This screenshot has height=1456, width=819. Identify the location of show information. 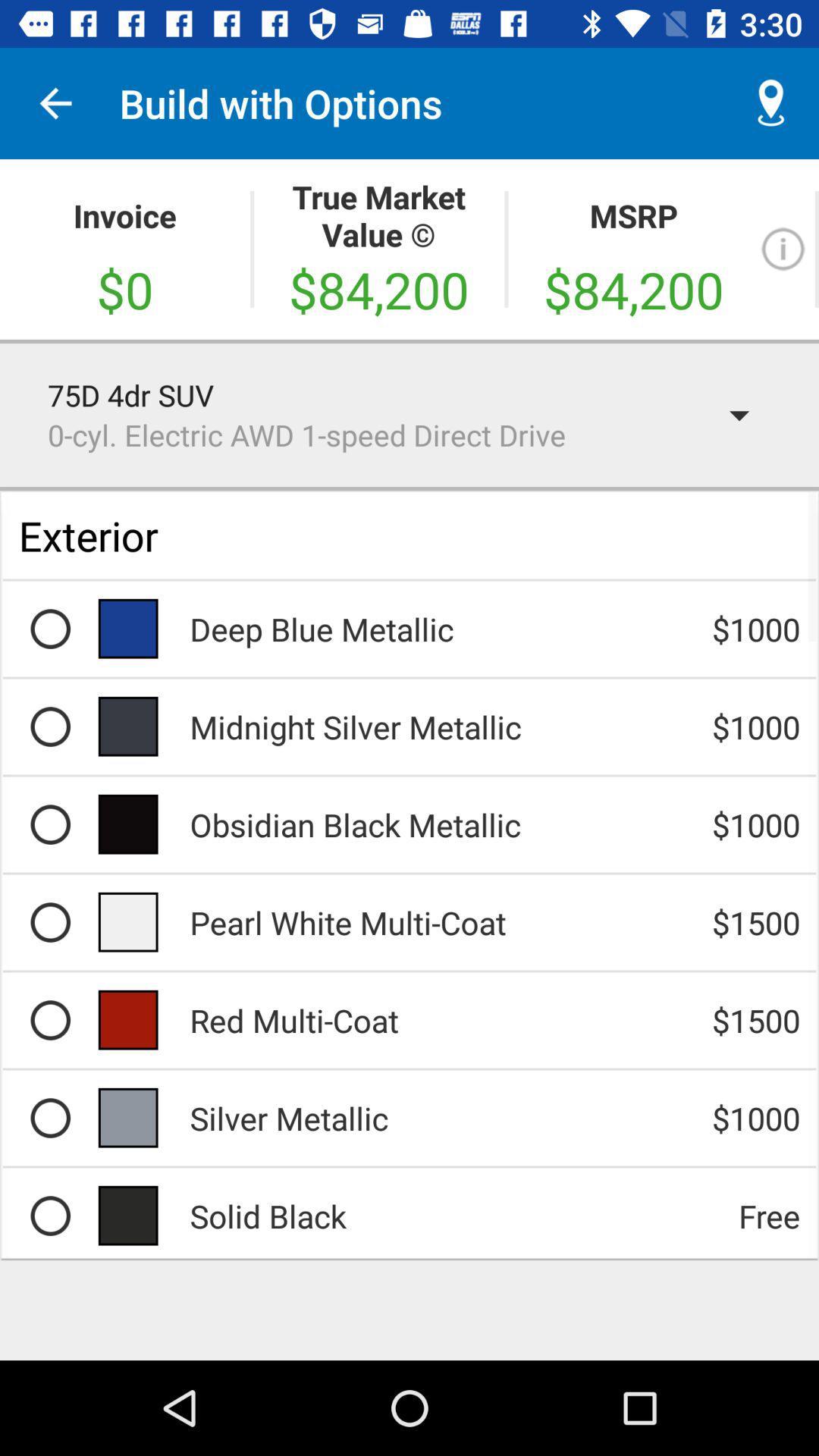
(783, 249).